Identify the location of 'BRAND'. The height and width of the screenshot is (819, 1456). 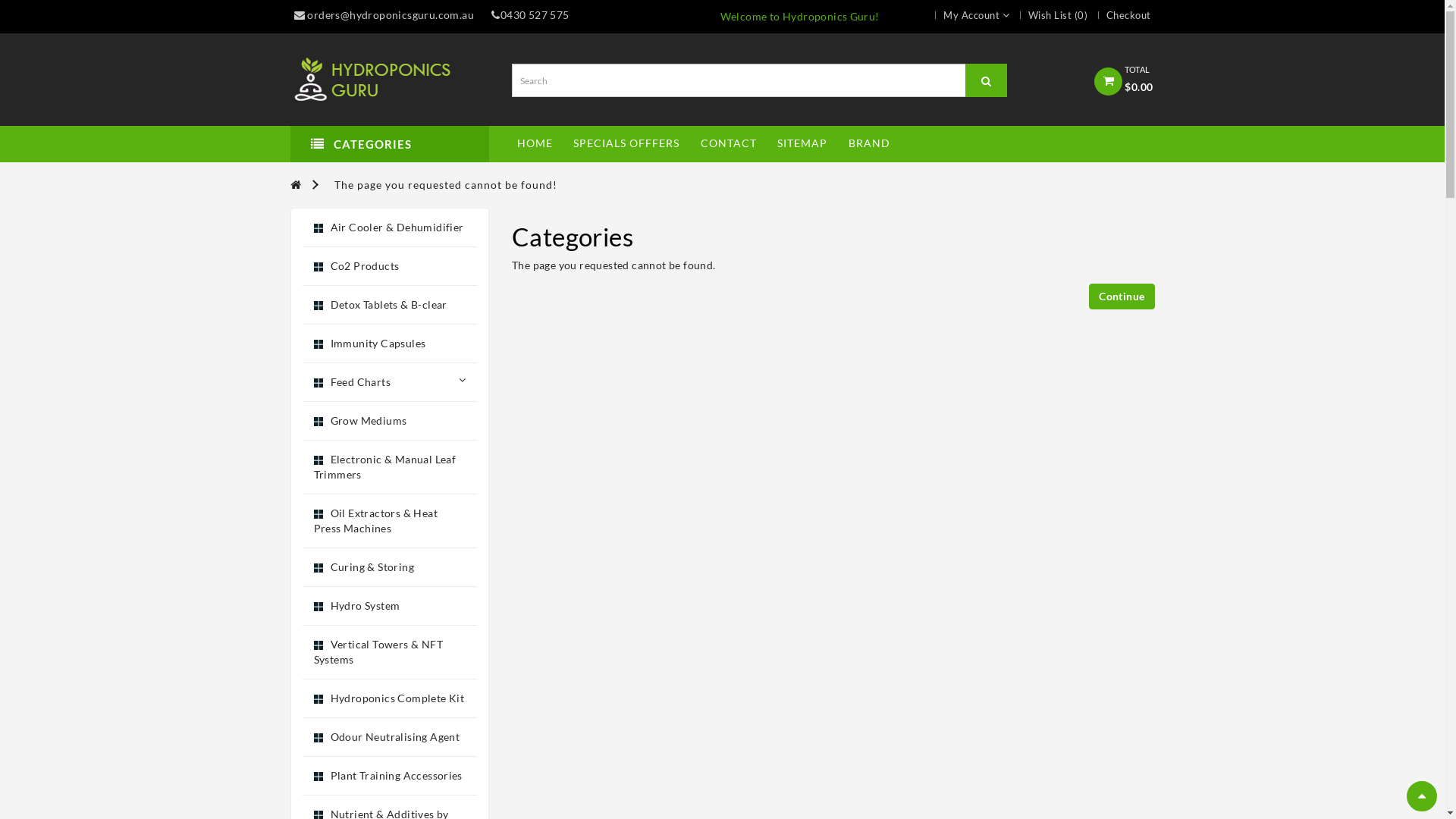
(869, 143).